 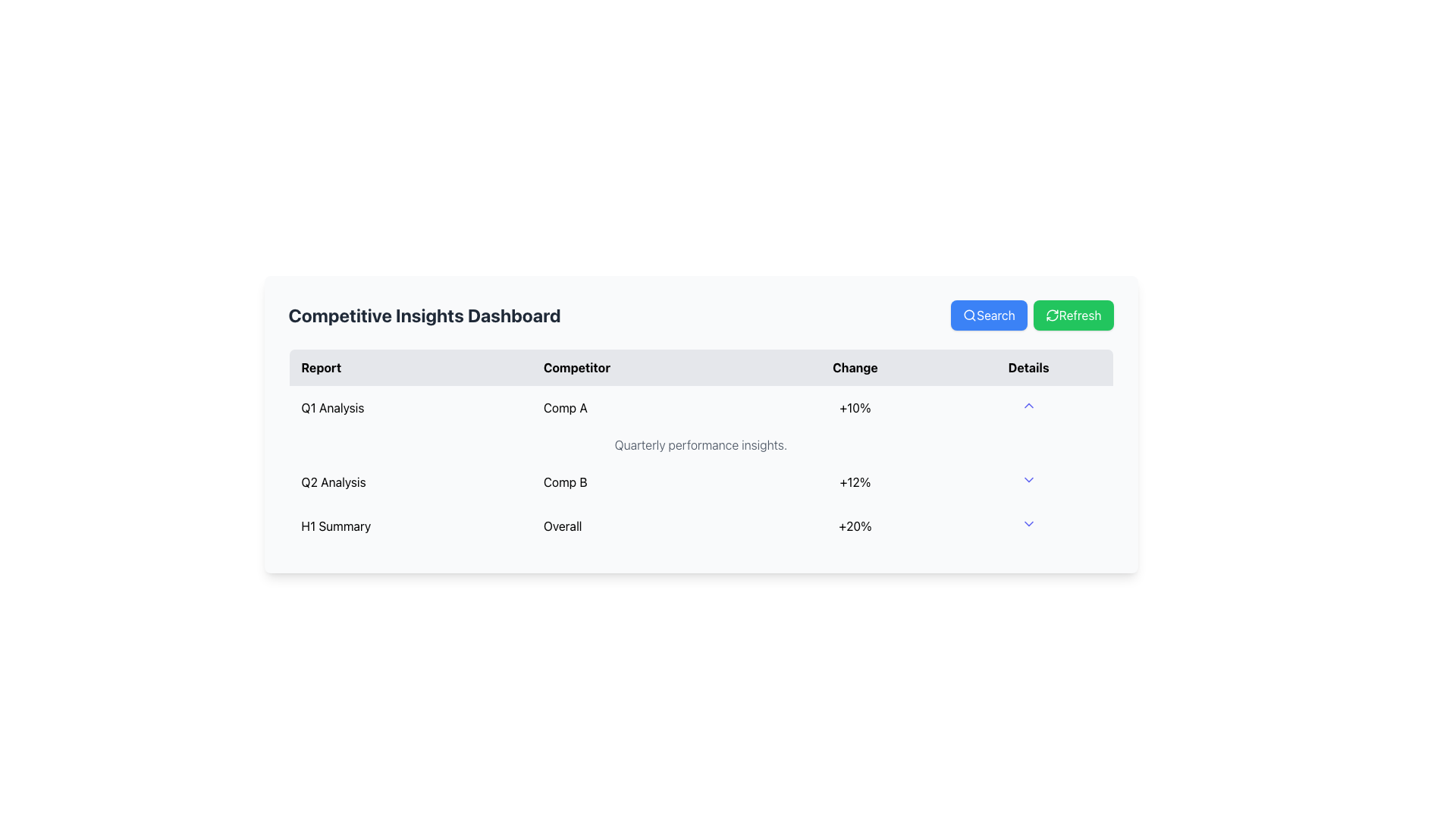 I want to click on the text label displaying '+10%' in bold, centered within the 'Change' column of the table, located in the second row under 'Q1 Analysis', so click(x=855, y=406).